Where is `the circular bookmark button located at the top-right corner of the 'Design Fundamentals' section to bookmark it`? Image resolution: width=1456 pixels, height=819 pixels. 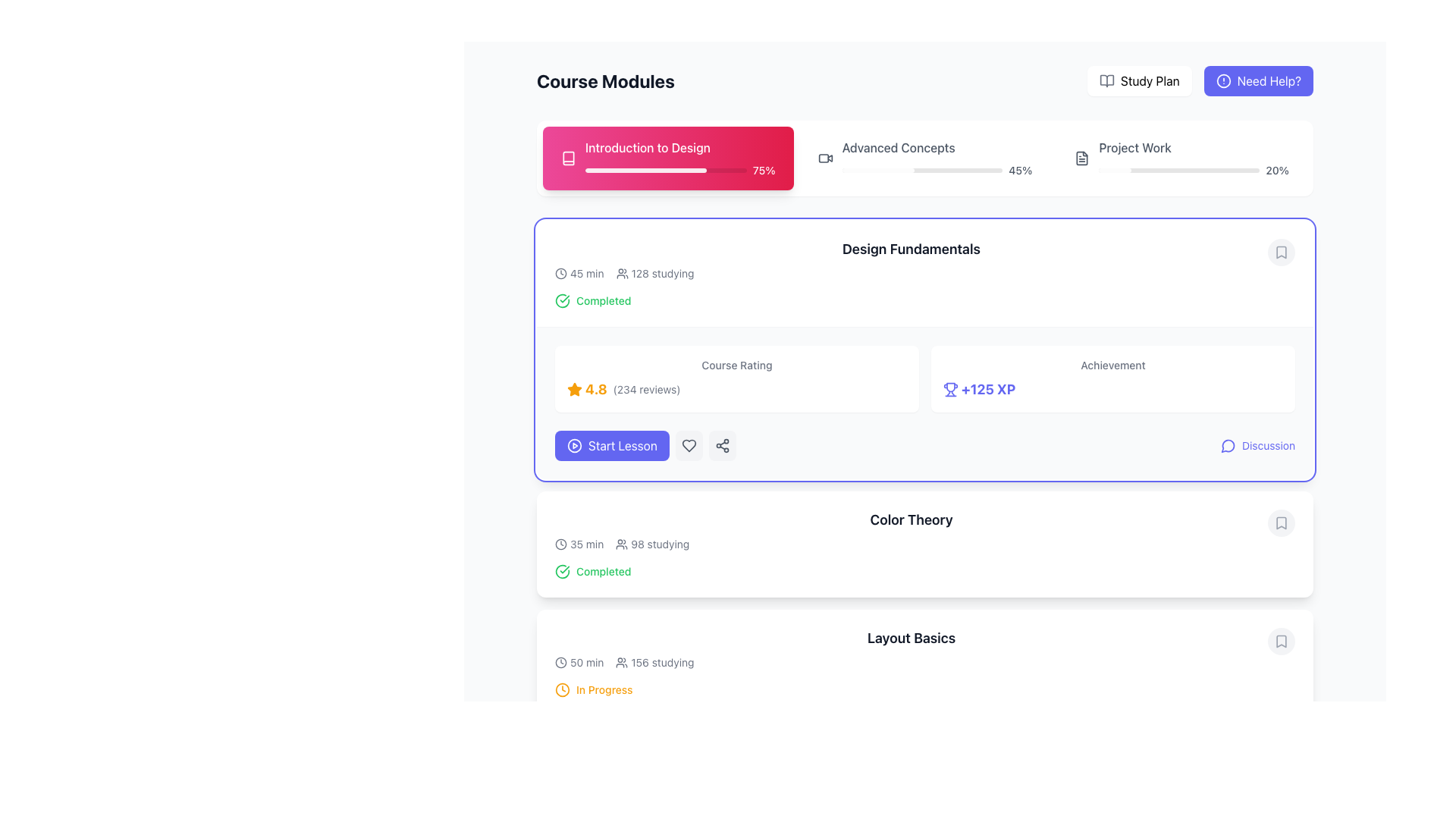
the circular bookmark button located at the top-right corner of the 'Design Fundamentals' section to bookmark it is located at coordinates (1280, 251).